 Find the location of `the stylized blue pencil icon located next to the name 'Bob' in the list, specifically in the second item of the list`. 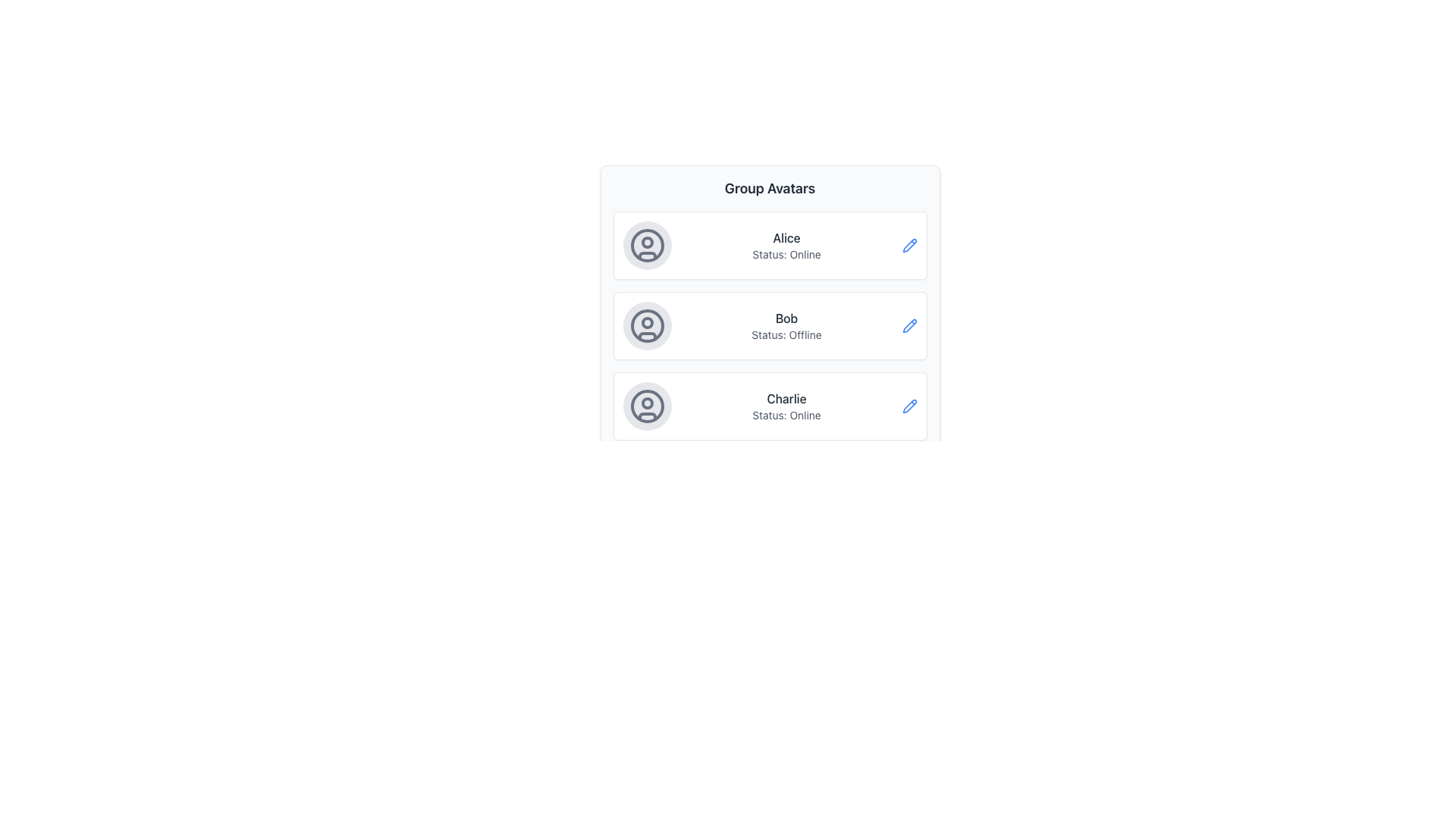

the stylized blue pencil icon located next to the name 'Bob' in the list, specifically in the second item of the list is located at coordinates (909, 325).